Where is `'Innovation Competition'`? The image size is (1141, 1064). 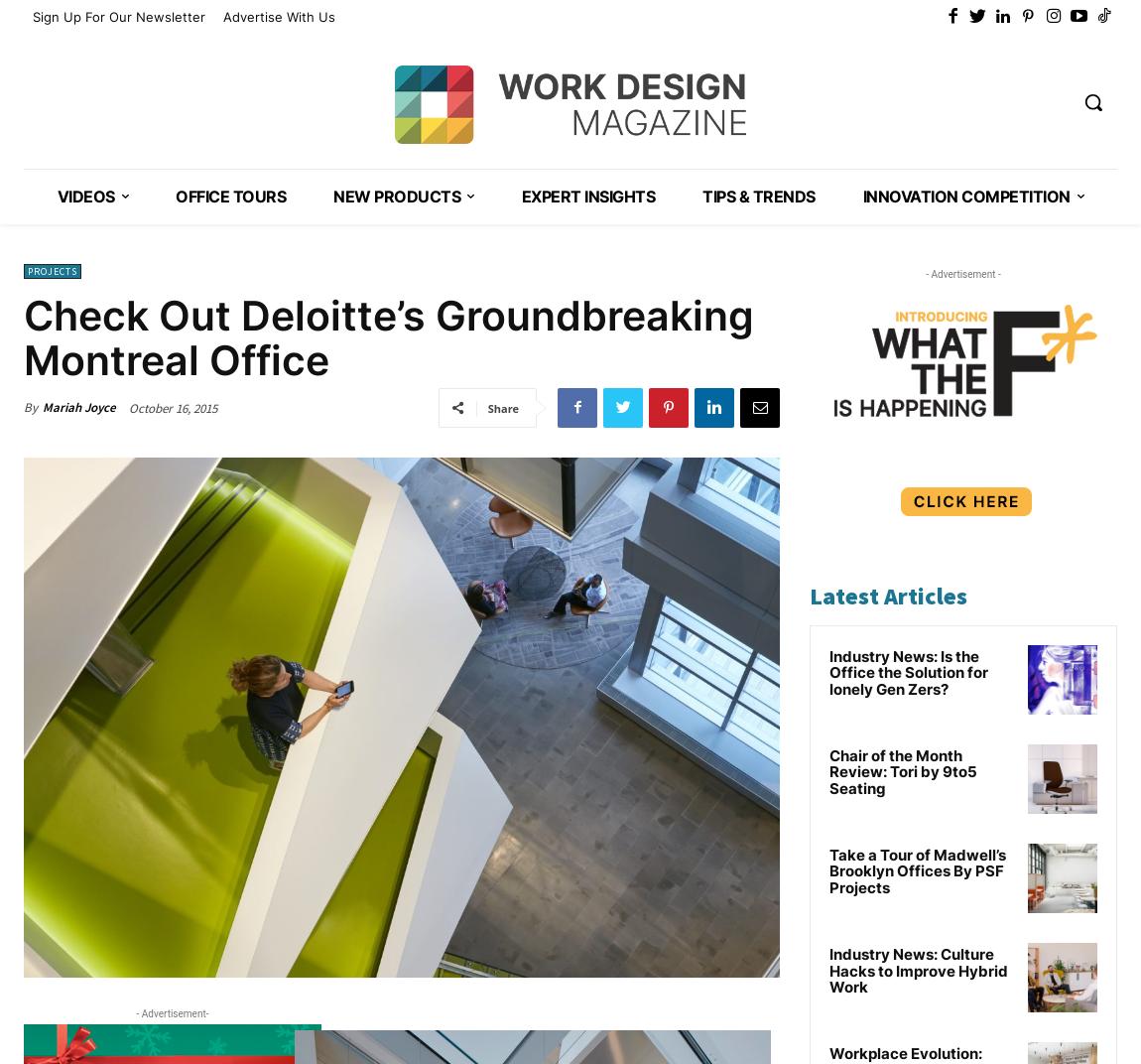 'Innovation Competition' is located at coordinates (965, 195).